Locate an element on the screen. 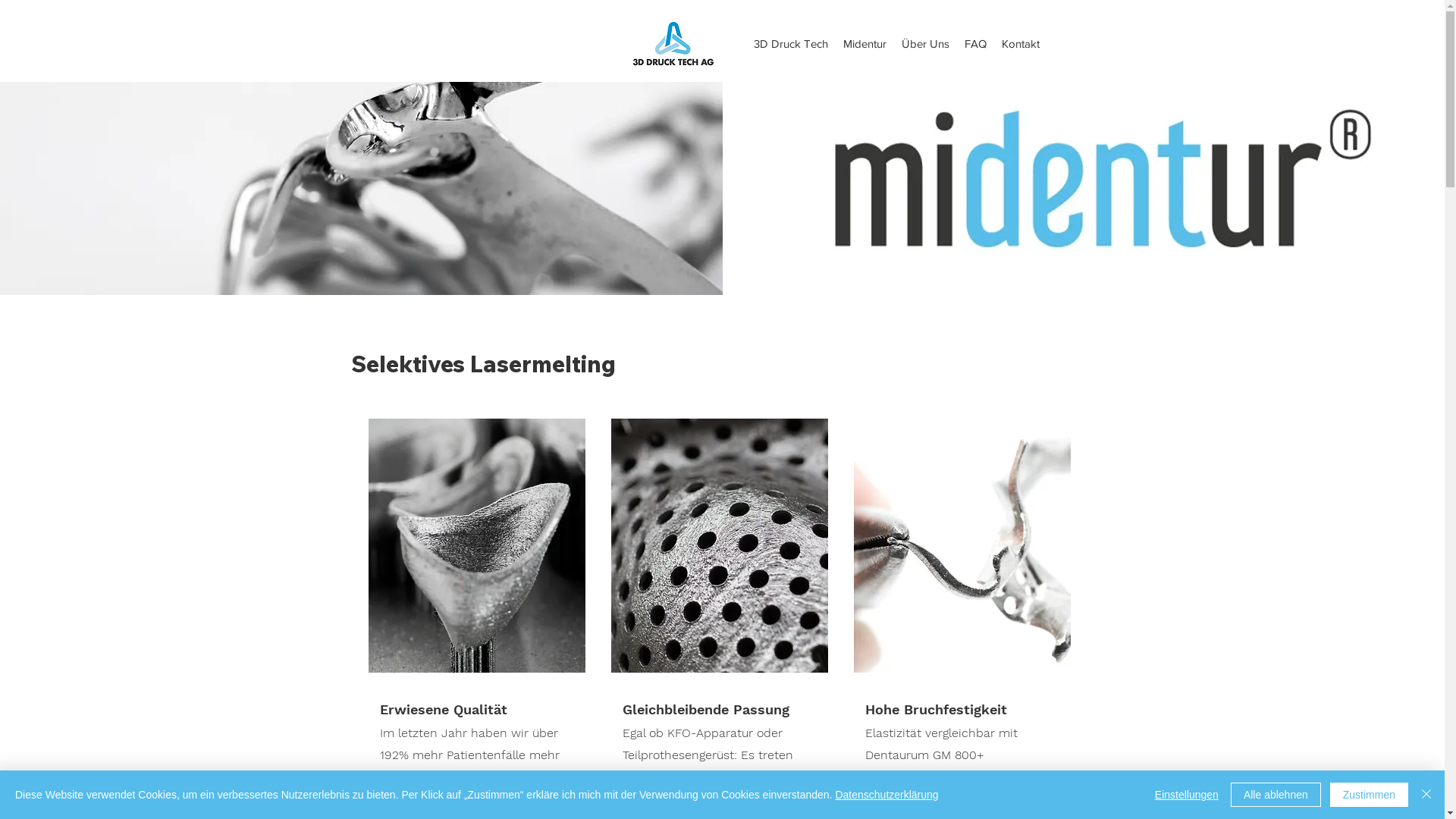  'Alle ablehnen' is located at coordinates (1230, 794).